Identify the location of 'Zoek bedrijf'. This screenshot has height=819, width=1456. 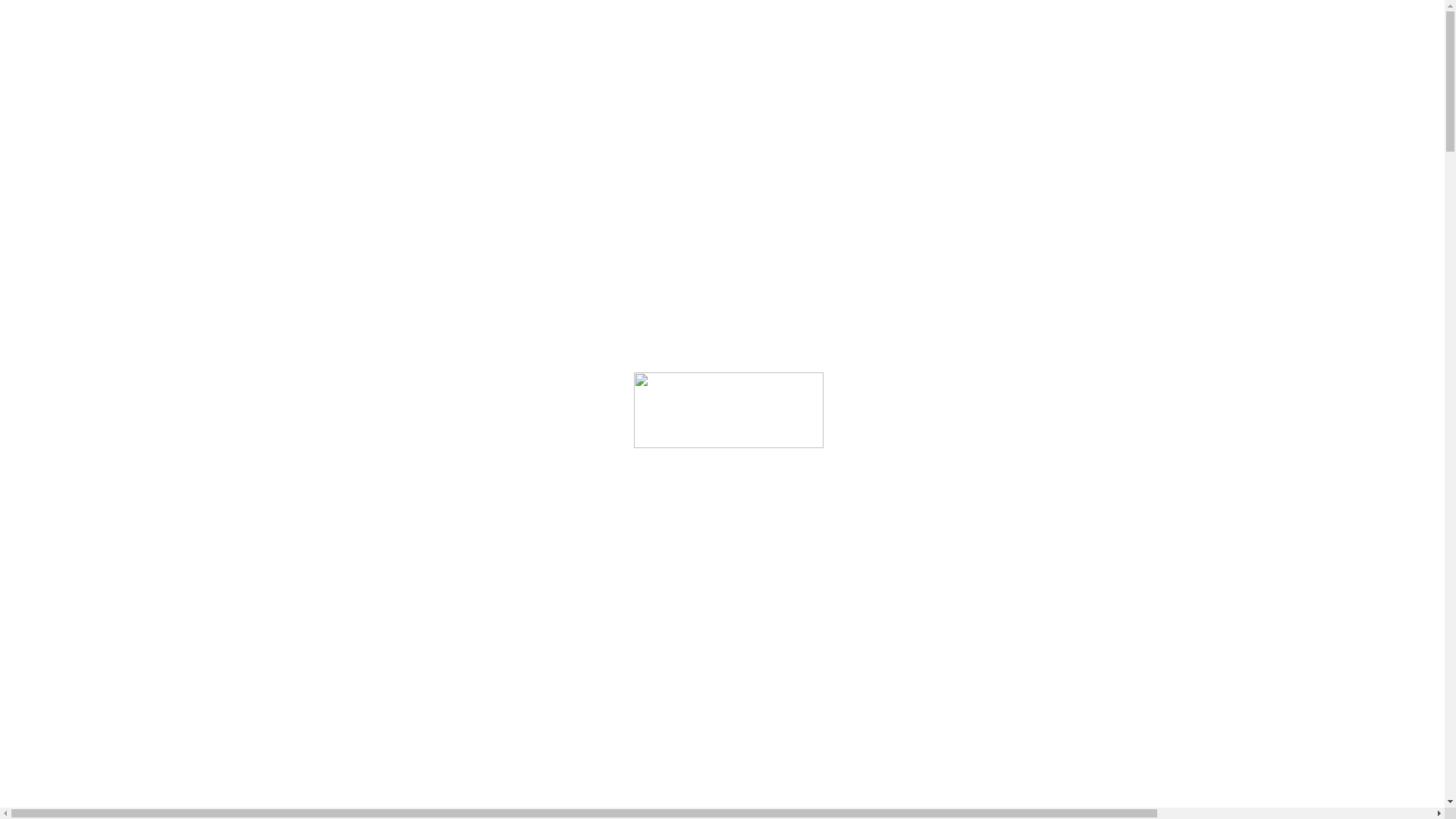
(36, 214).